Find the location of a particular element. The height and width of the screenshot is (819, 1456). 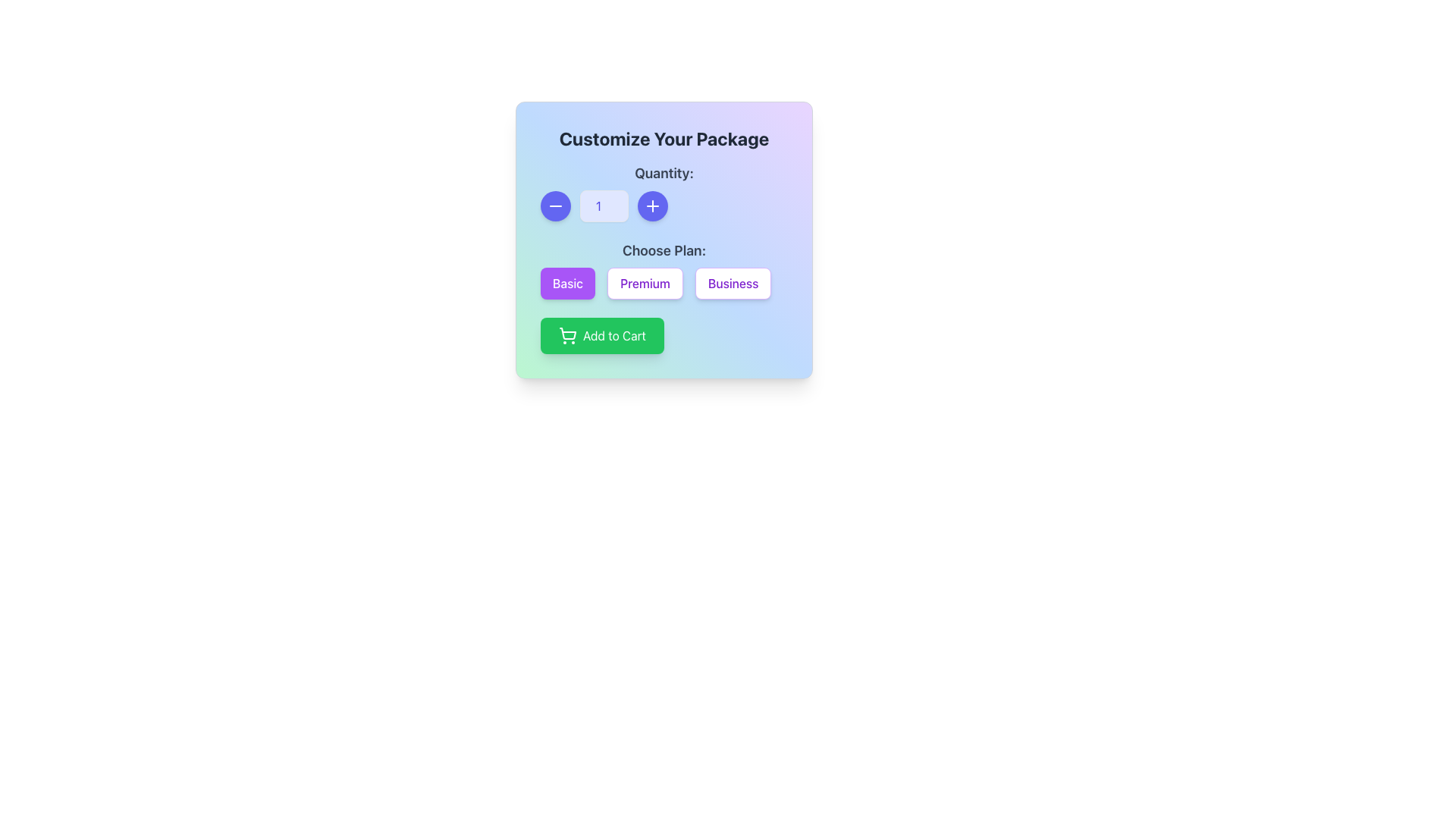

the 'Add to Cart' button by clicking on the icon located to the left of the button's text is located at coordinates (566, 335).